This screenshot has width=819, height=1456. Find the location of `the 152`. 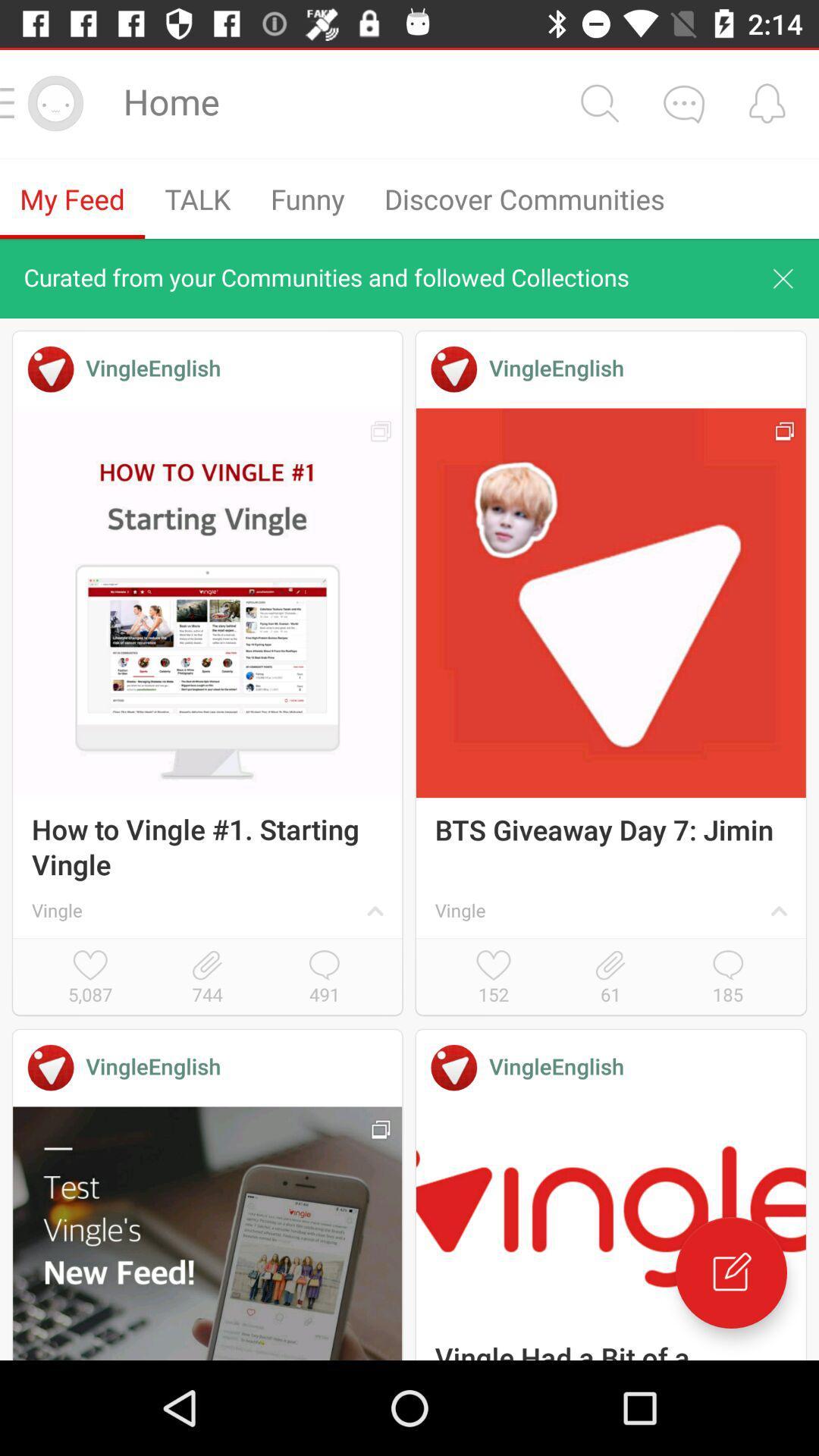

the 152 is located at coordinates (494, 978).